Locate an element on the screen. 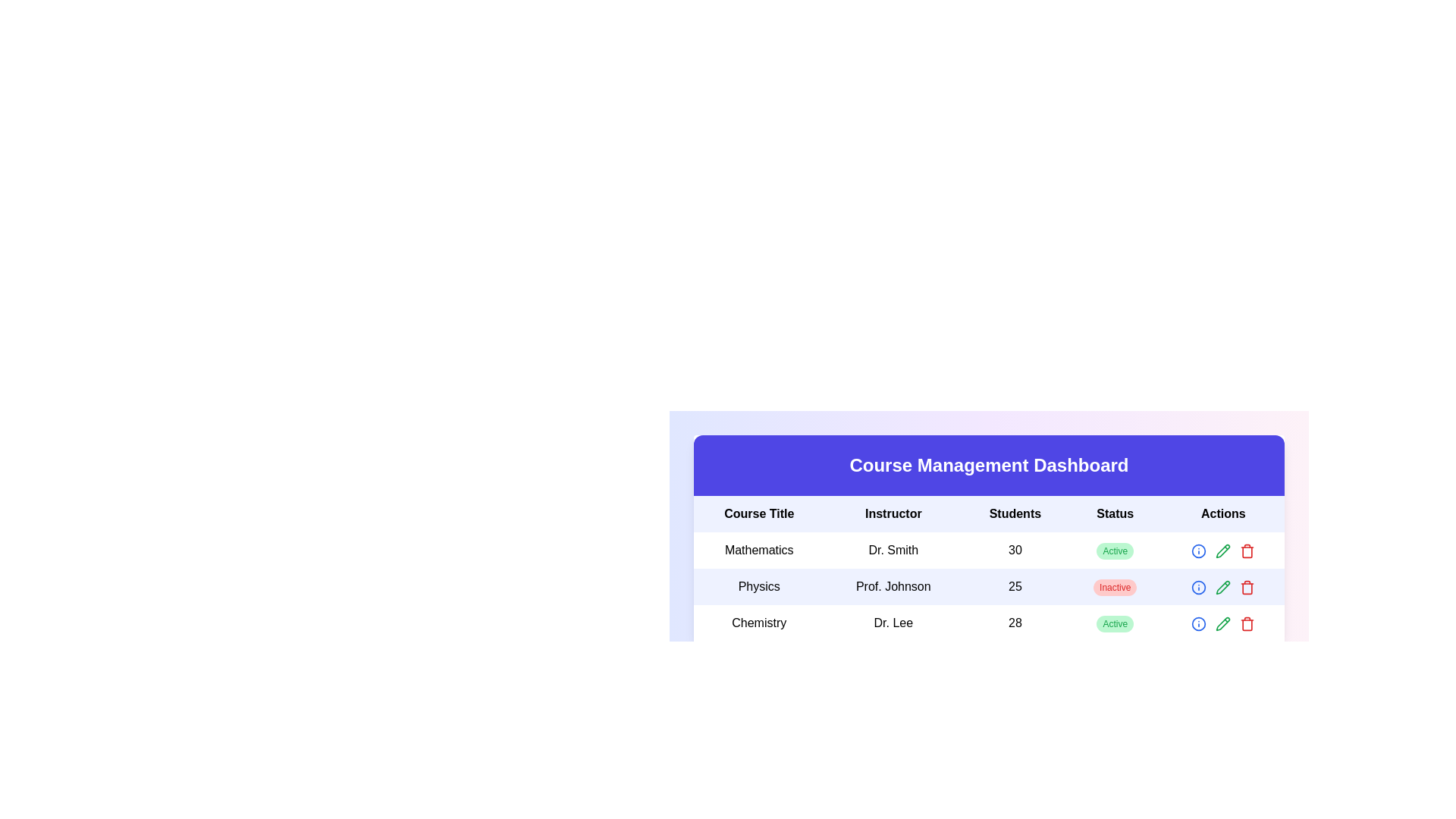  the 'Number of Students' column header in the table, which is the third entry from the left, providing context to the data below is located at coordinates (1015, 513).